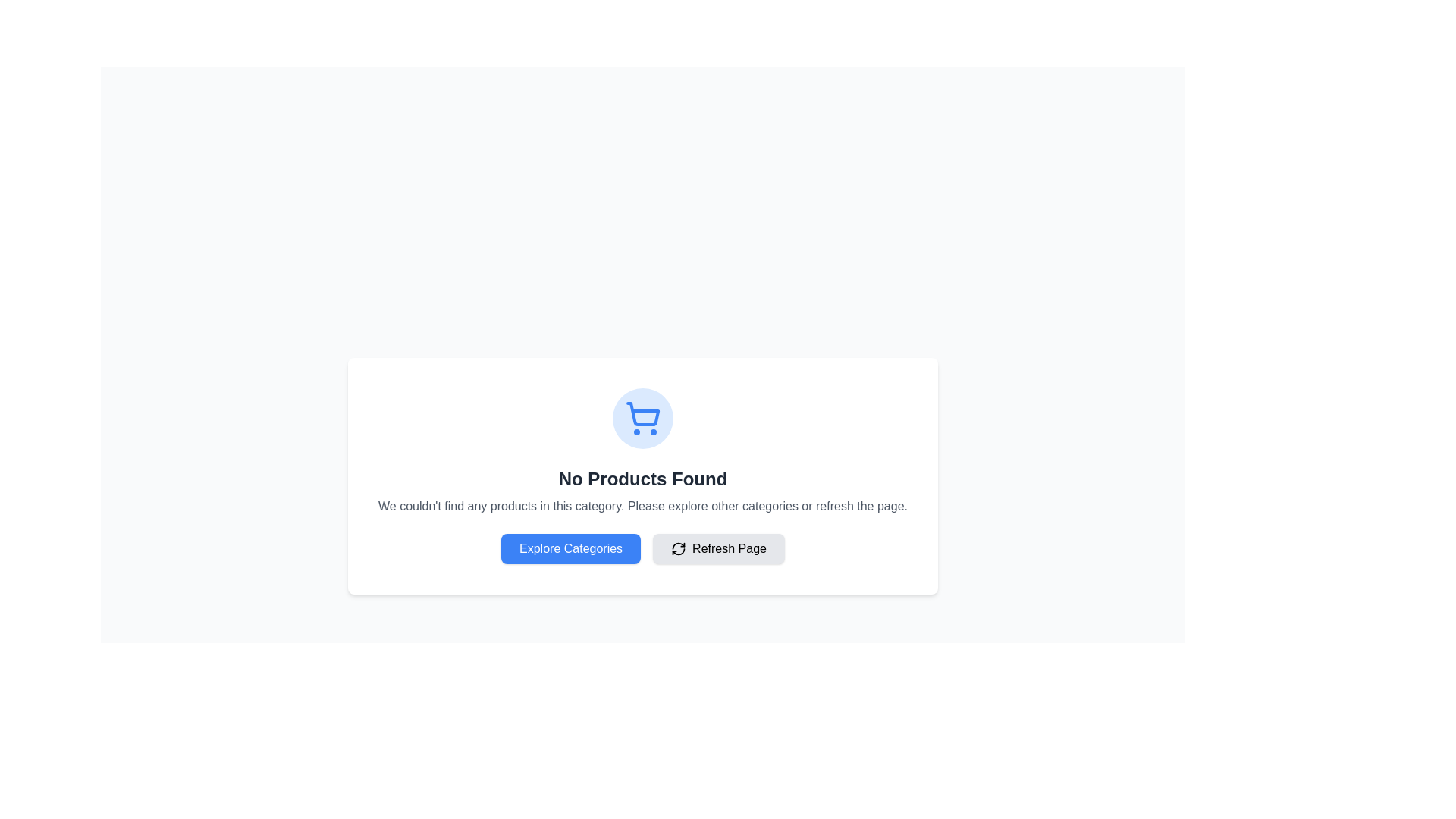 Image resolution: width=1456 pixels, height=819 pixels. Describe the element at coordinates (678, 549) in the screenshot. I see `the refresh icon located within the 'Refresh Page' button, which is positioned to the right of the 'Explore Categories' button on the bottom section of the central card` at that location.